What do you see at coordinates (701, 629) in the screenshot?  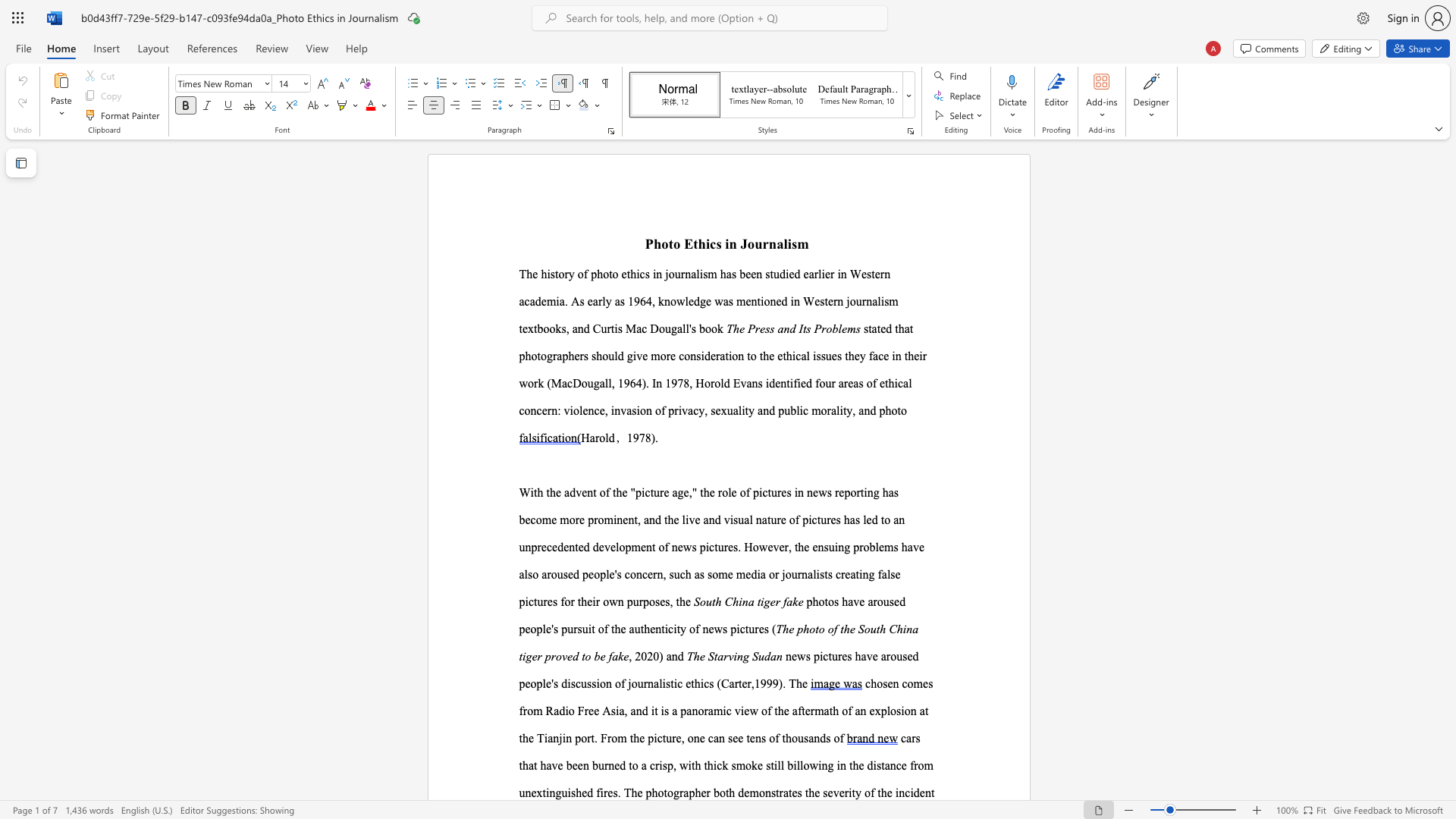 I see `the subset text "news pi" within the text "photos have aroused people"` at bounding box center [701, 629].